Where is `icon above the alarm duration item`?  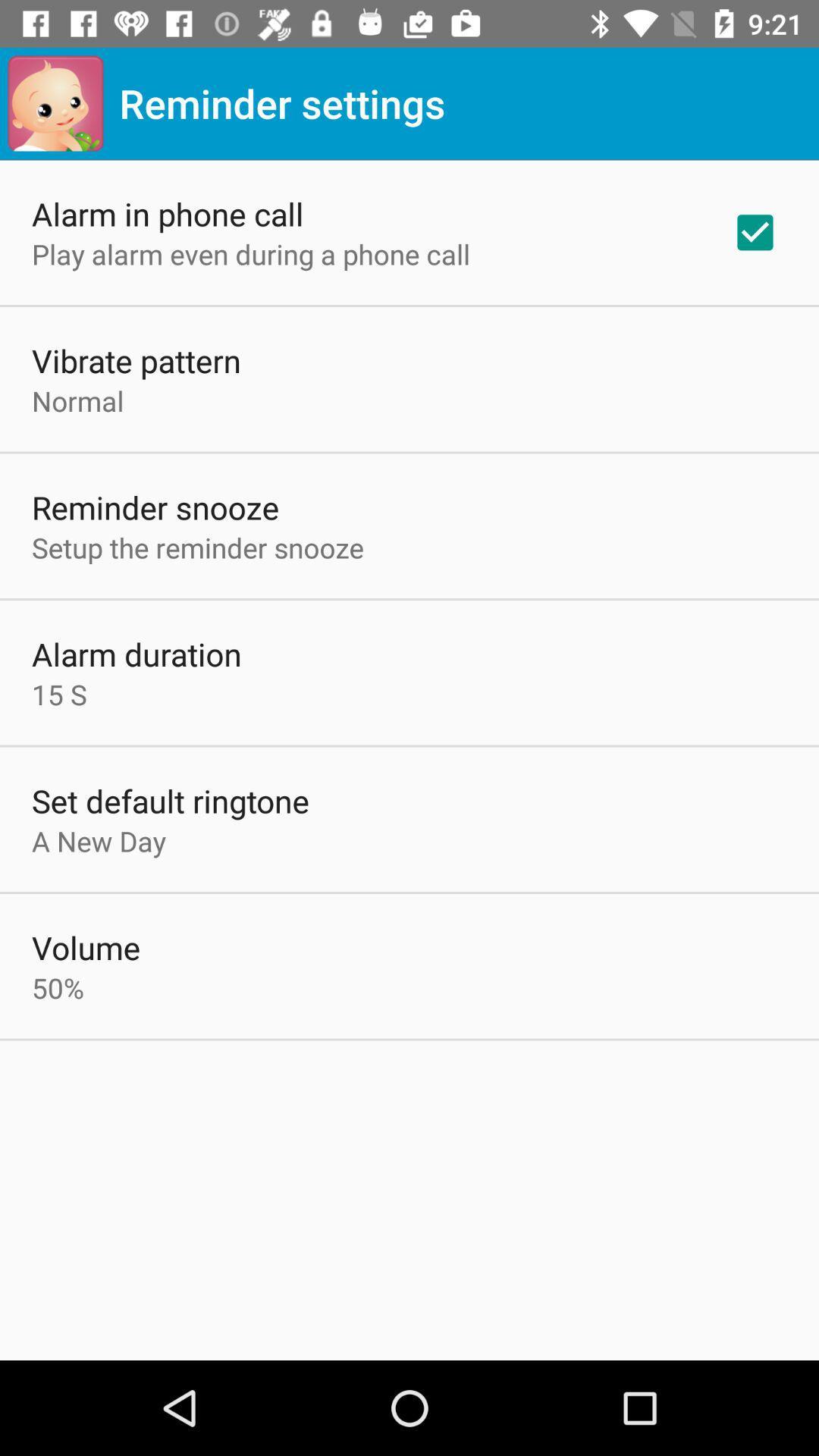 icon above the alarm duration item is located at coordinates (197, 547).